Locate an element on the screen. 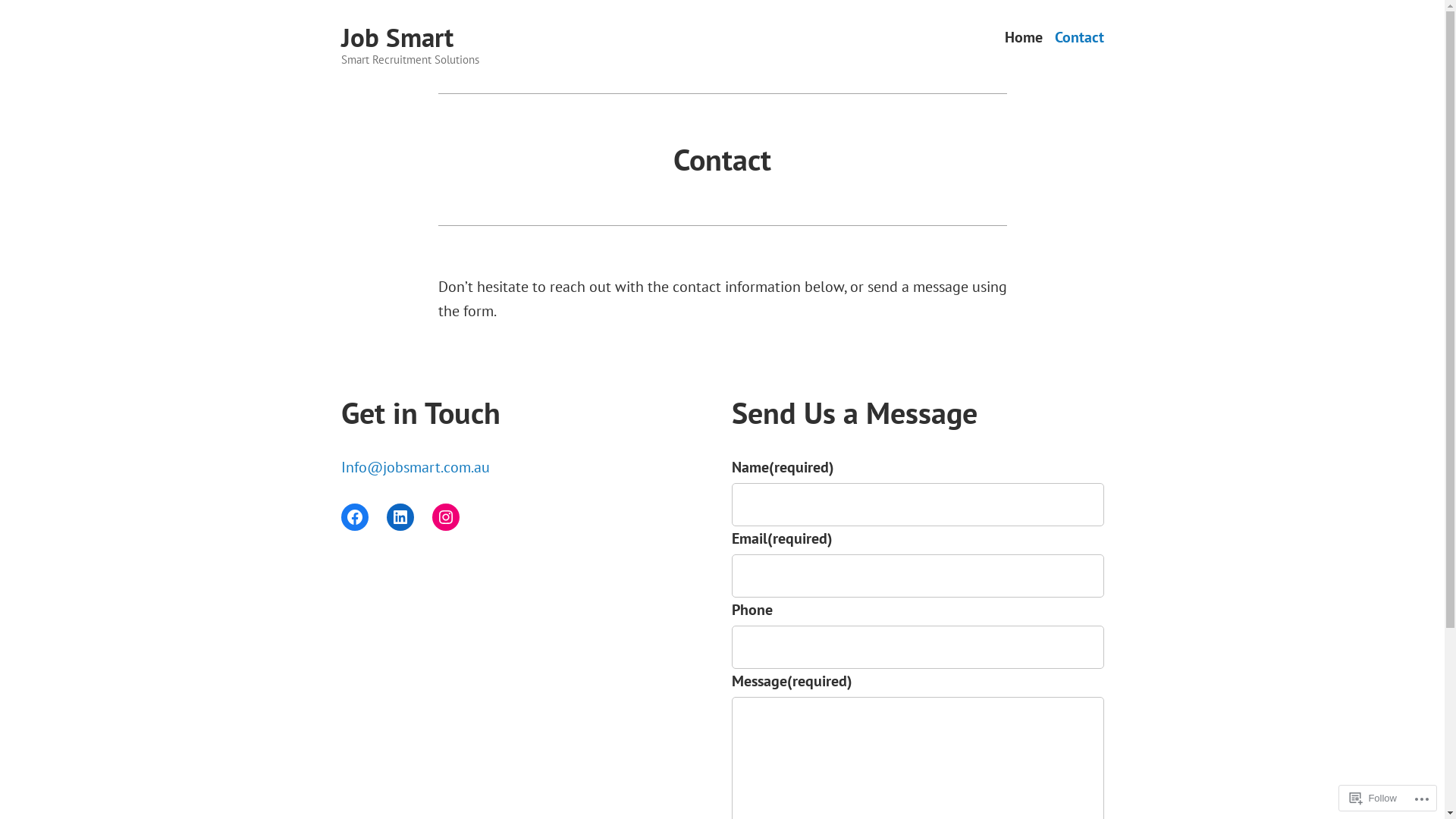 This screenshot has width=1456, height=819. 'Info@jobsmart.com.au' is located at coordinates (415, 466).